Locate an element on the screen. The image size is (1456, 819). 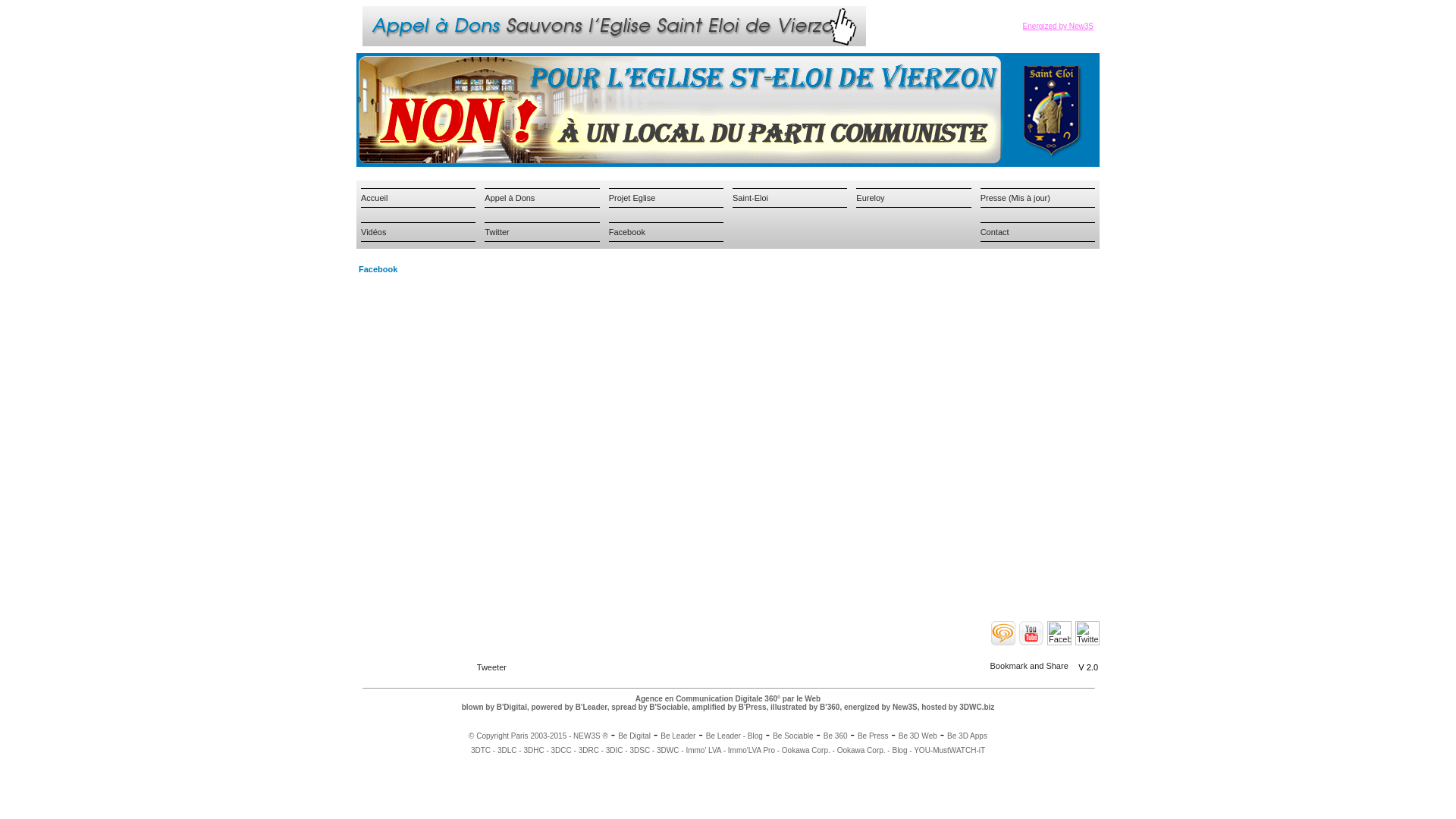
'Twitter' is located at coordinates (1087, 632).